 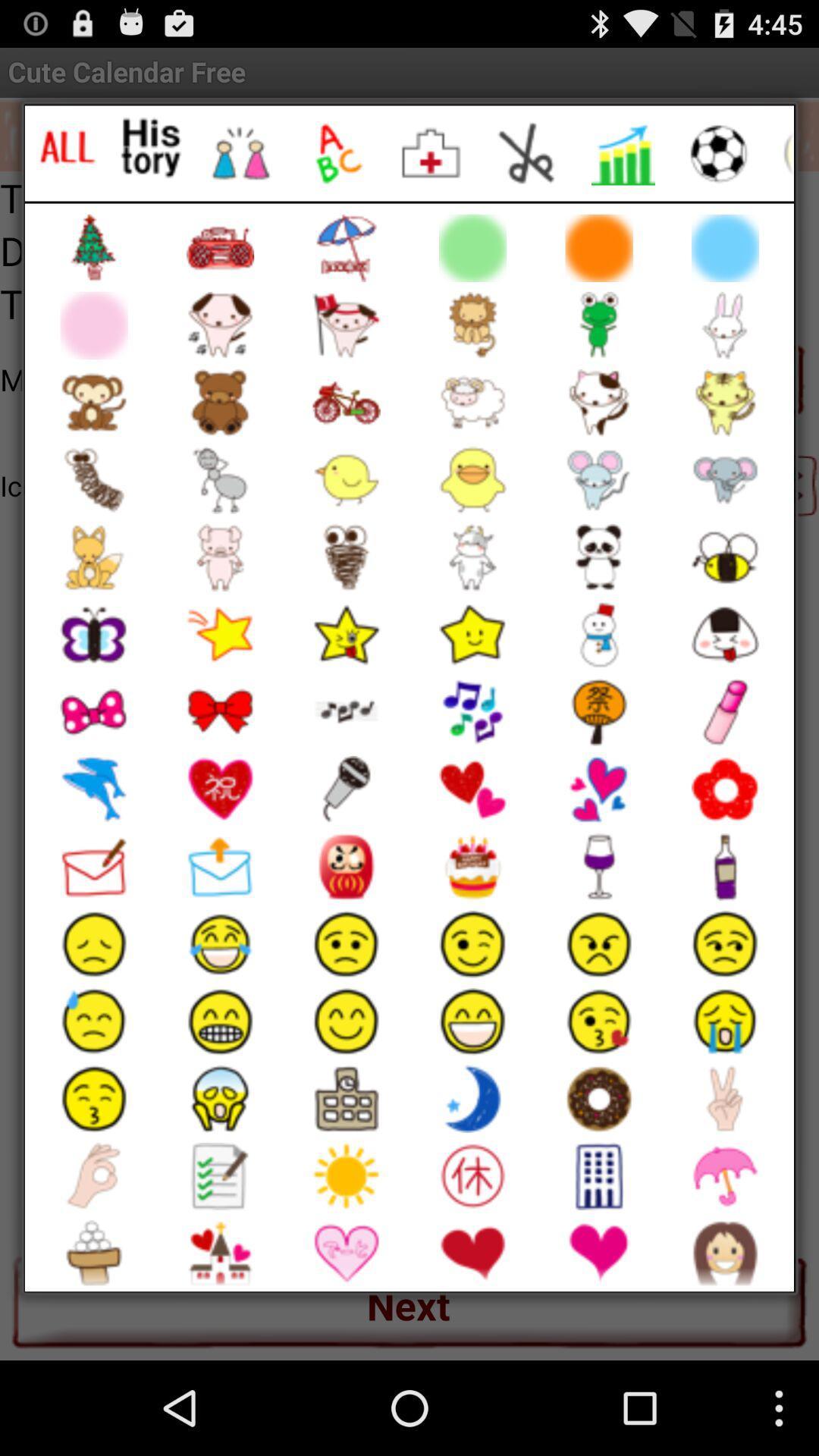 I want to click on clicks an emote, so click(x=151, y=148).